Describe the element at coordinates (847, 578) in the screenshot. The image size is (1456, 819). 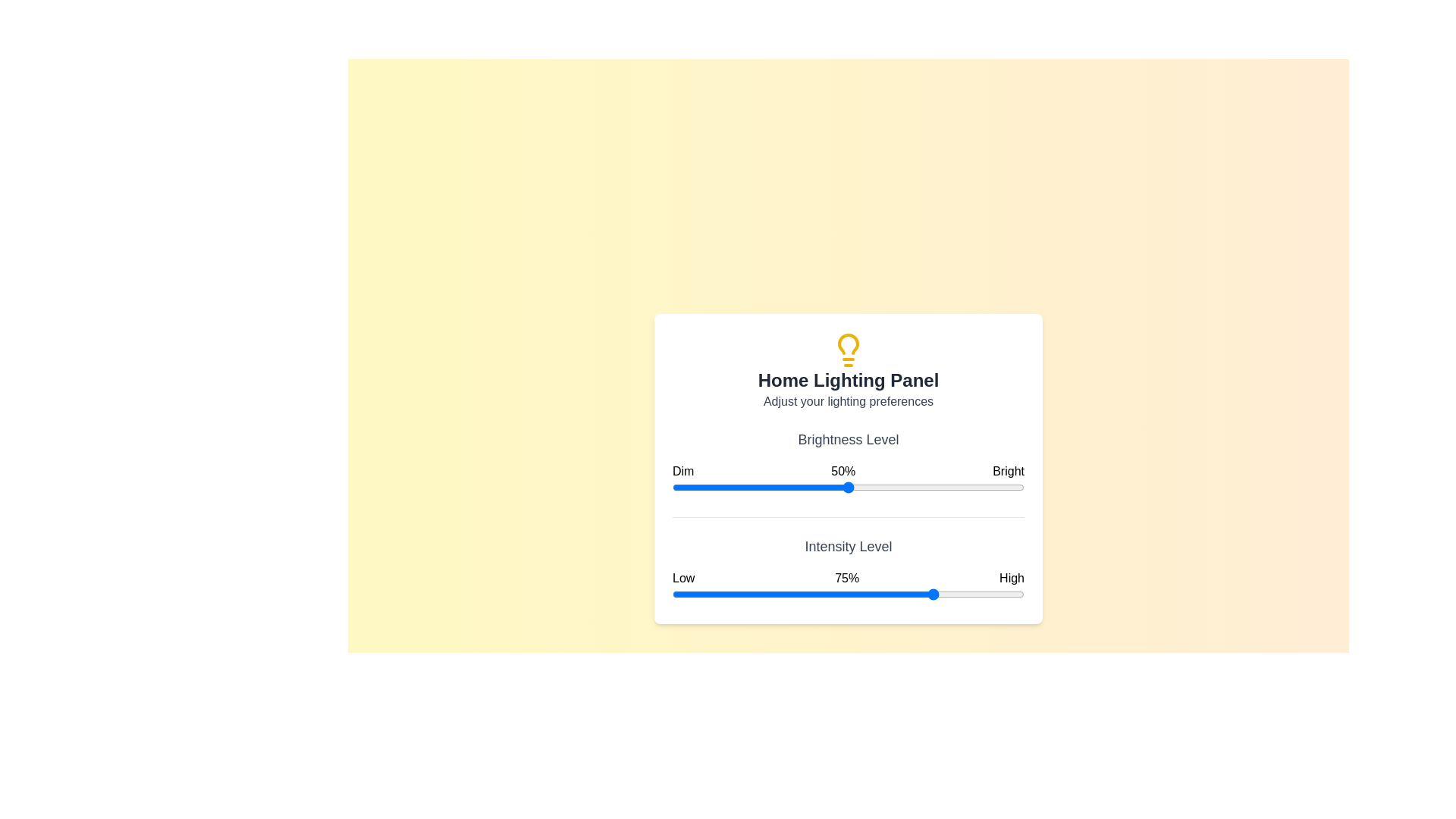
I see `the Label group for the slider's intended function, which shows 'Low', '75%', and 'High' under the label 'Intensity Level'` at that location.